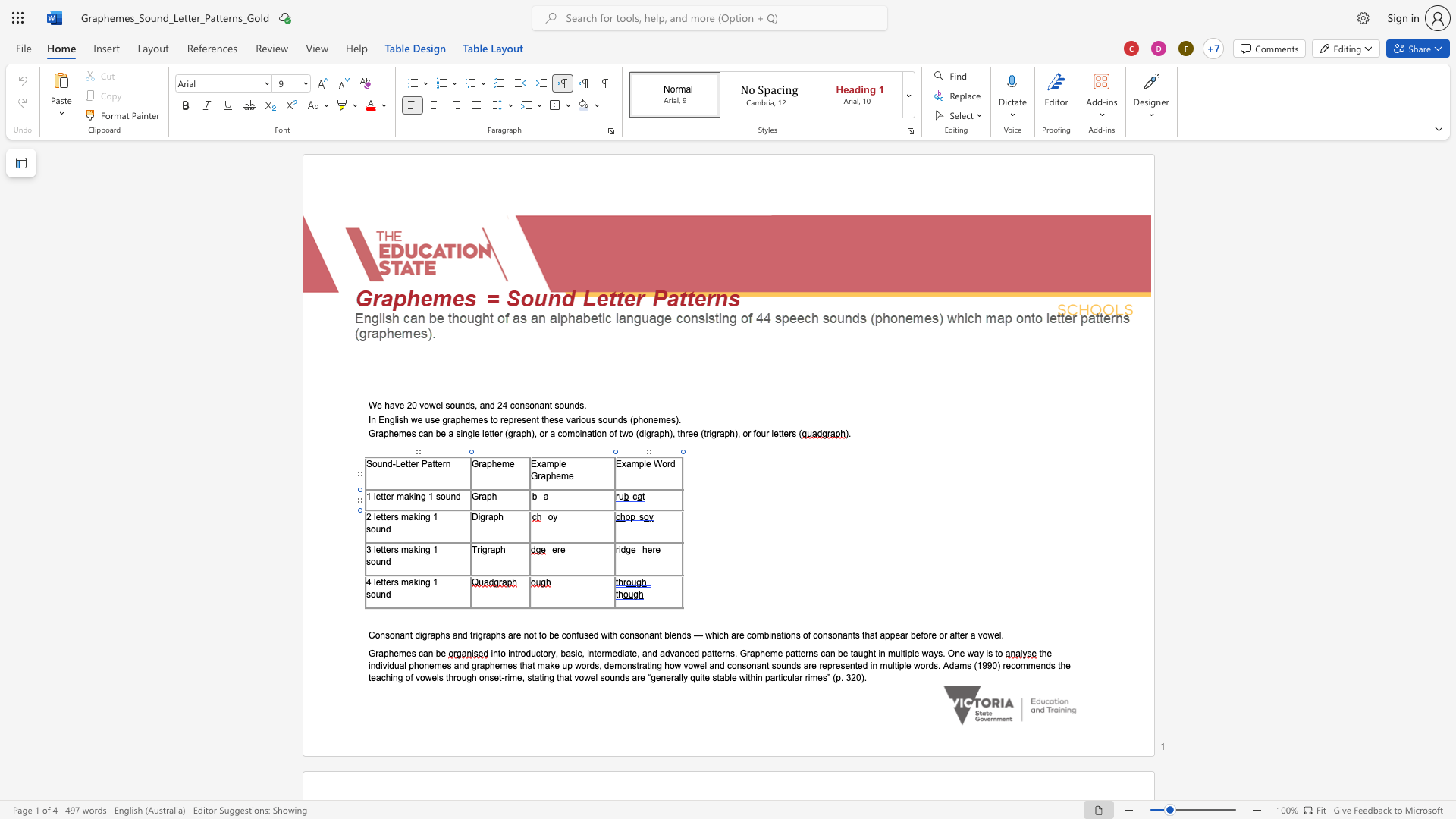 The width and height of the screenshot is (1456, 819). Describe the element at coordinates (491, 496) in the screenshot. I see `the space between the continuous character "p" and "h" in the text` at that location.